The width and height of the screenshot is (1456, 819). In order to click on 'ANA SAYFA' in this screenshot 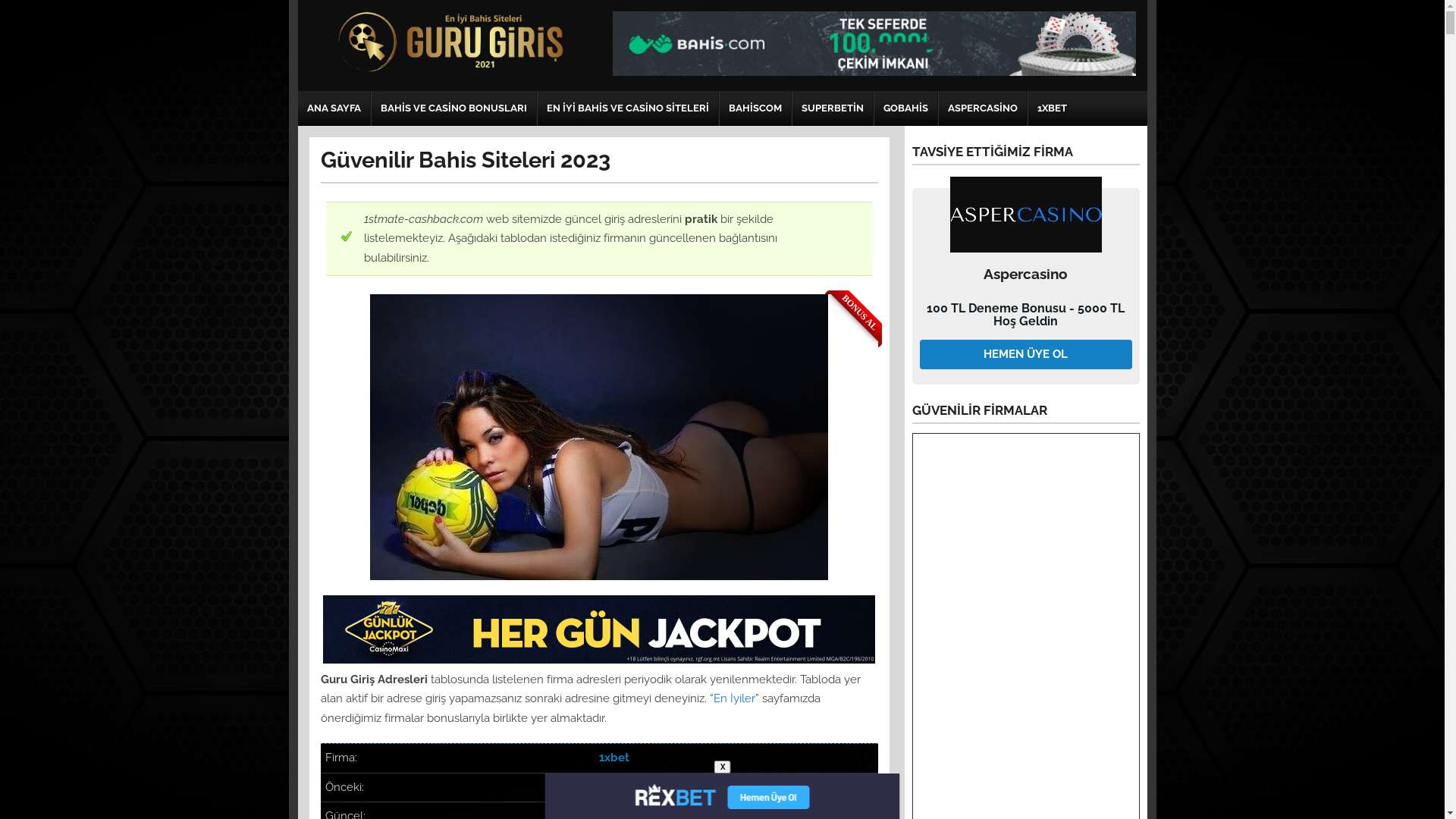, I will do `click(332, 107)`.